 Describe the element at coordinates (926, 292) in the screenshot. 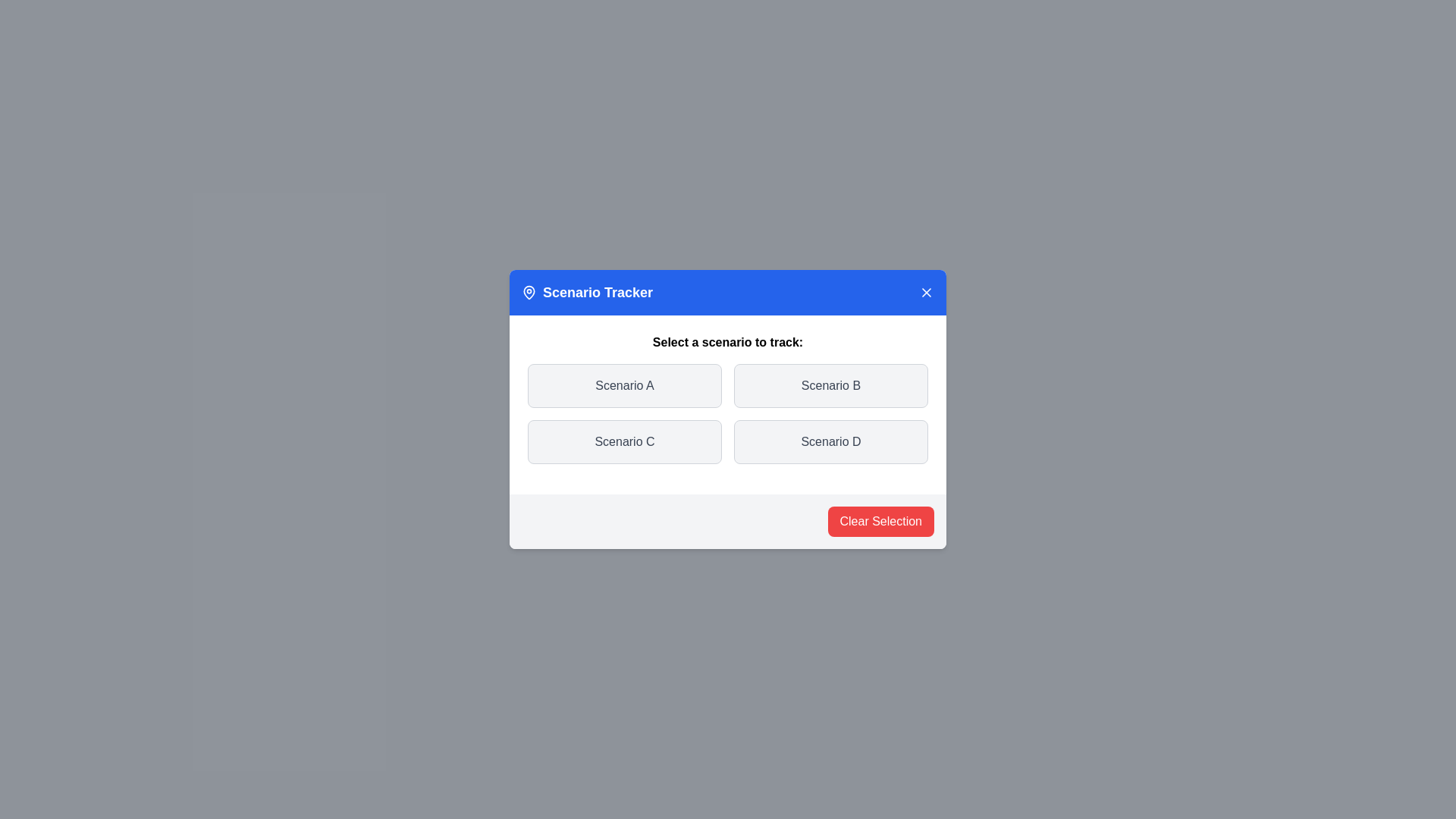

I see `the close button to close the dialog` at that location.